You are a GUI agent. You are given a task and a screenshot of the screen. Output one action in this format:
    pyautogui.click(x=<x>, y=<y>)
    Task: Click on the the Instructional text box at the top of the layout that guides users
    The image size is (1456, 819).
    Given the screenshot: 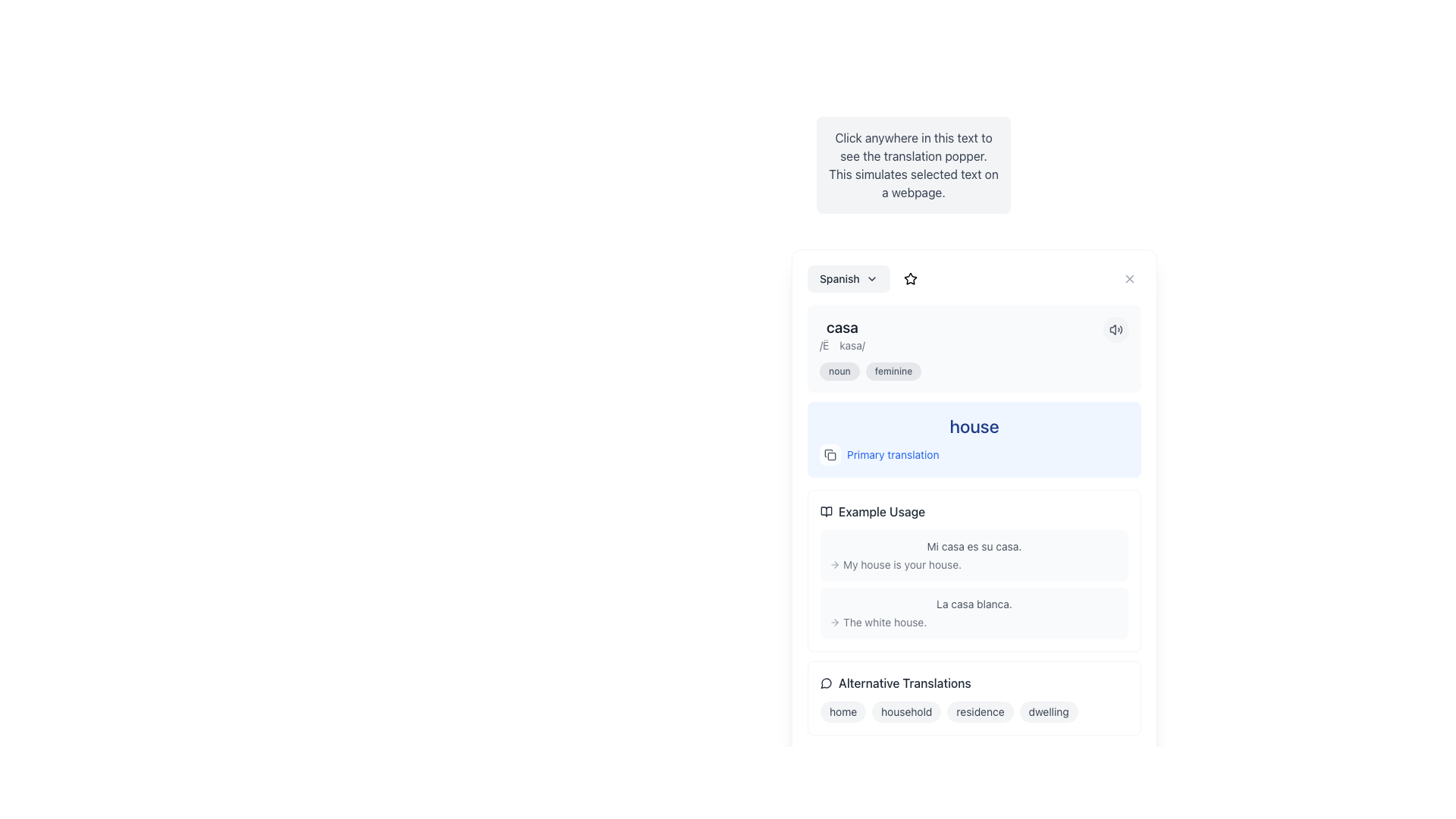 What is the action you would take?
    pyautogui.click(x=979, y=165)
    